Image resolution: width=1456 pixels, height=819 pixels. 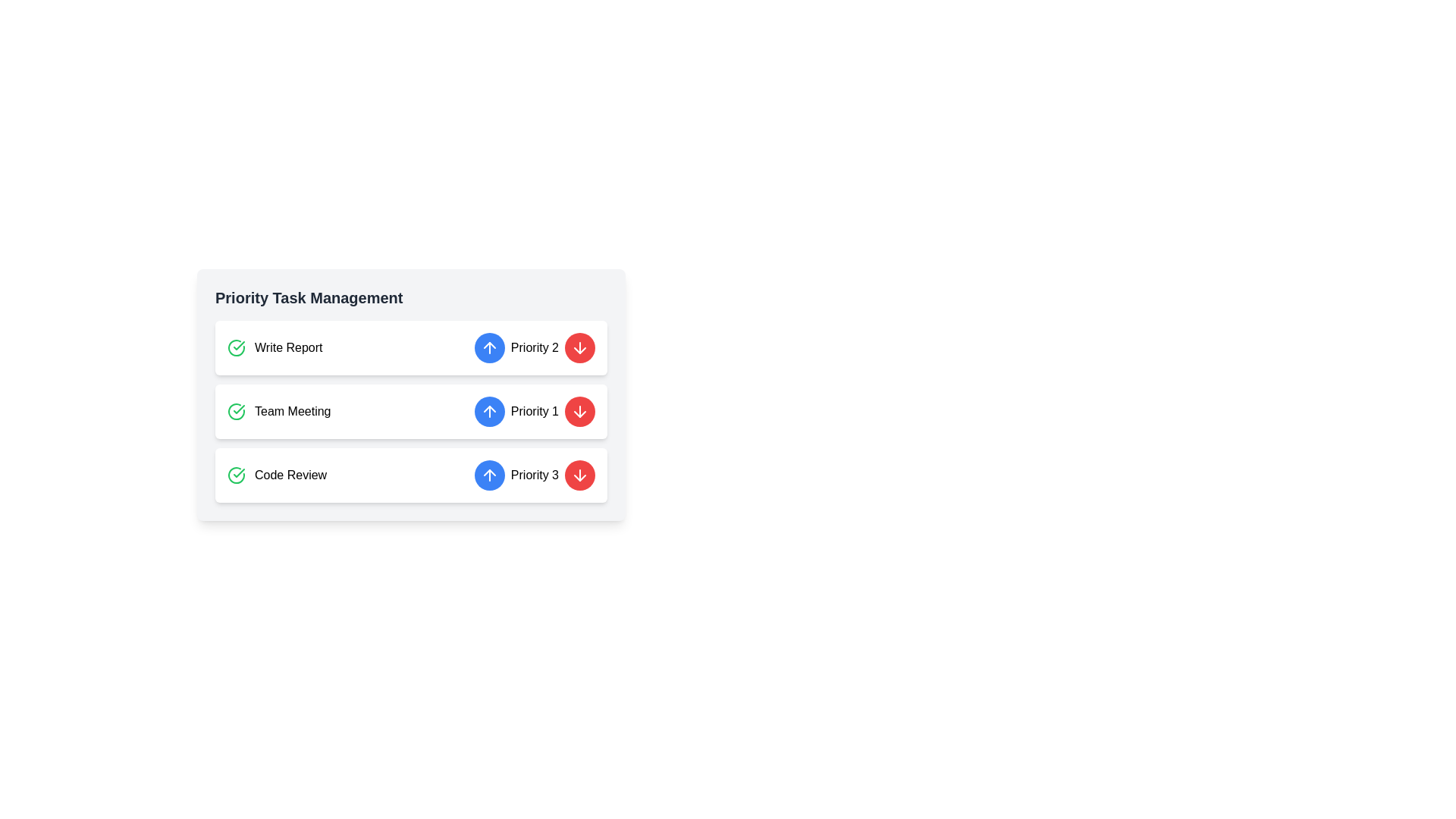 I want to click on the circular button with a dark blue background and a white upward arrow icon, so click(x=489, y=348).